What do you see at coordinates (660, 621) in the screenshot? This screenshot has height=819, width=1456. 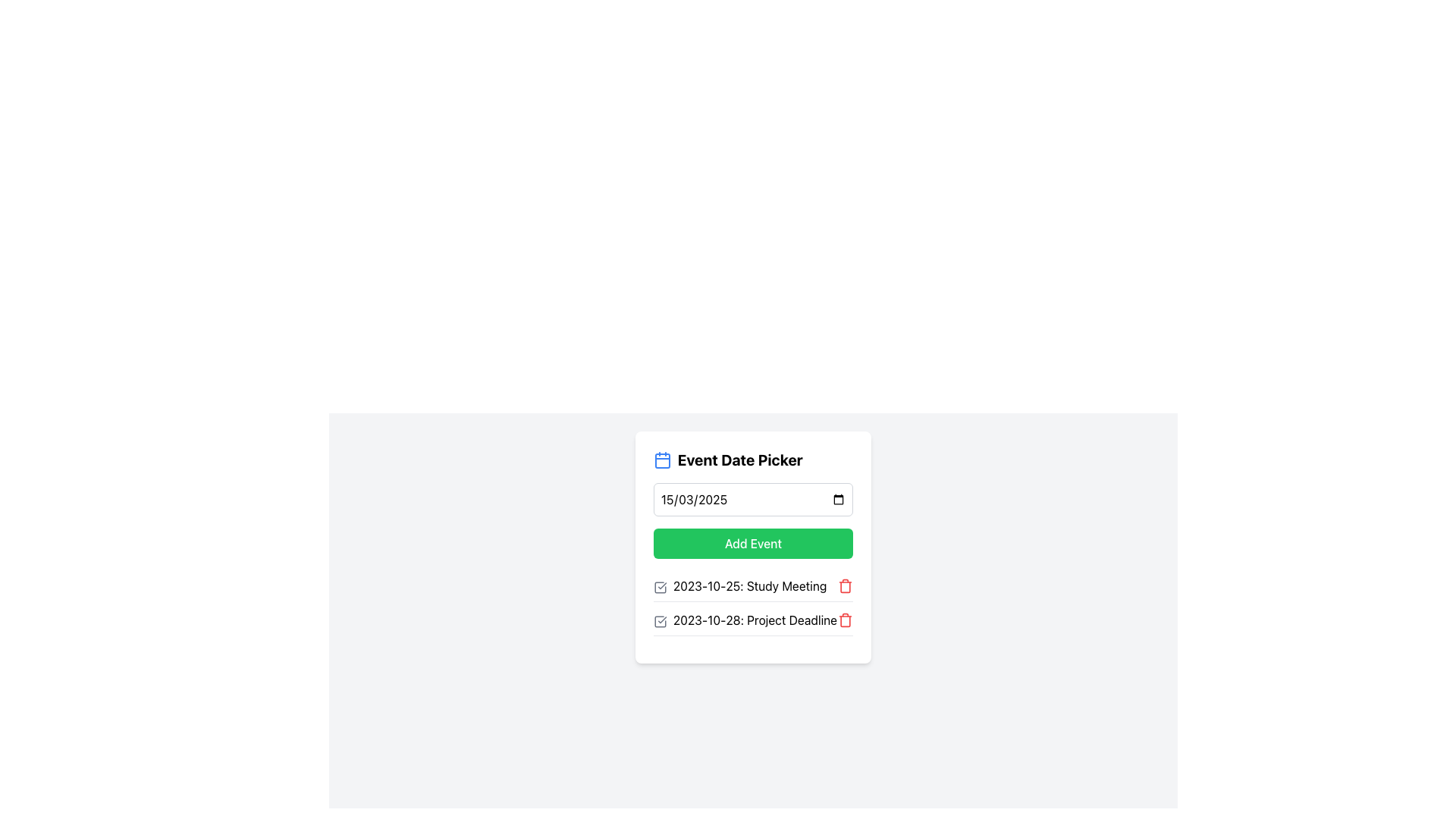 I see `the checkbox icon with a checkmark` at bounding box center [660, 621].